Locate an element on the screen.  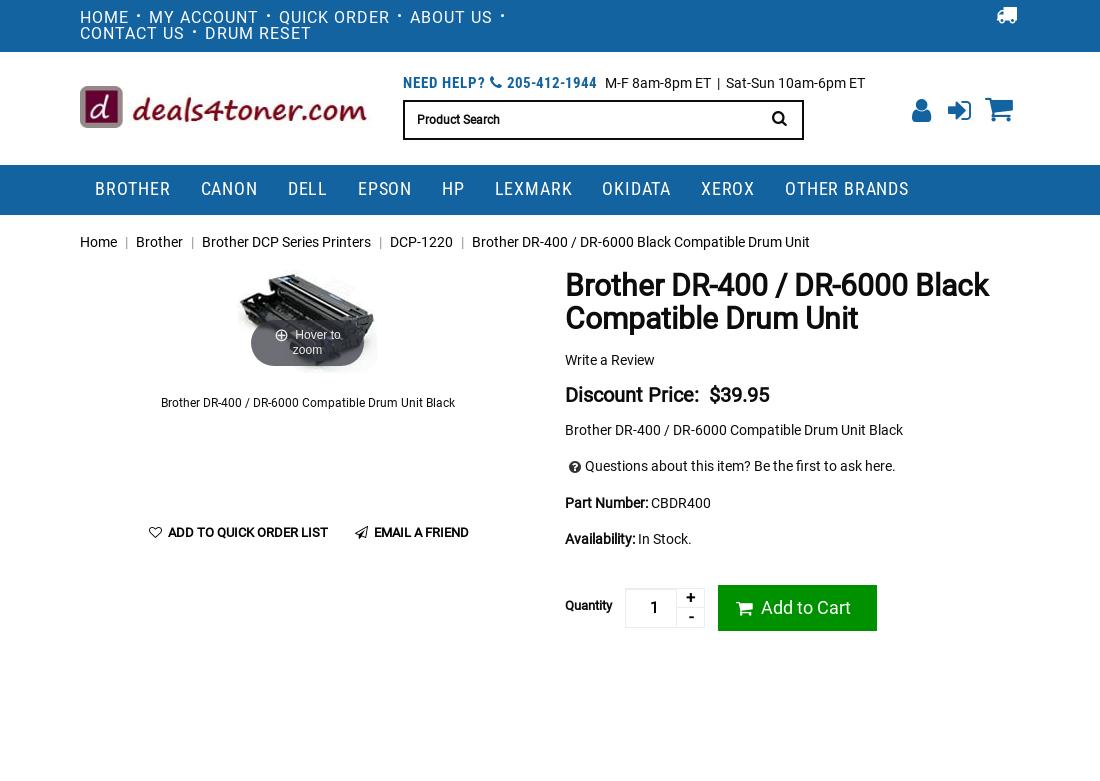
'Contact Us' is located at coordinates (79, 33).